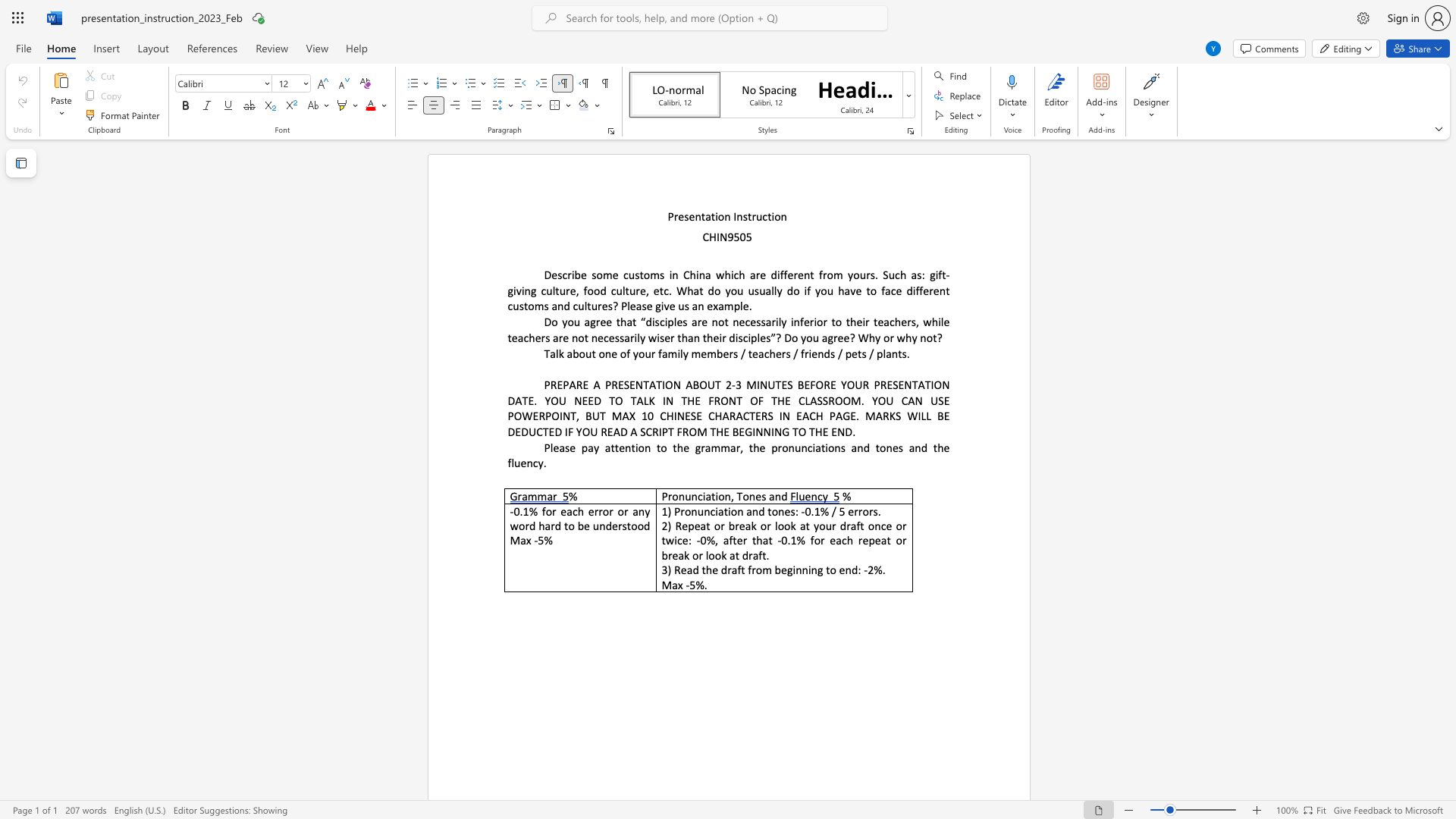  I want to click on the subset text "hers / friends" within the text "Talk about one of your family members / teachers / friends / pets / plants.", so click(769, 353).